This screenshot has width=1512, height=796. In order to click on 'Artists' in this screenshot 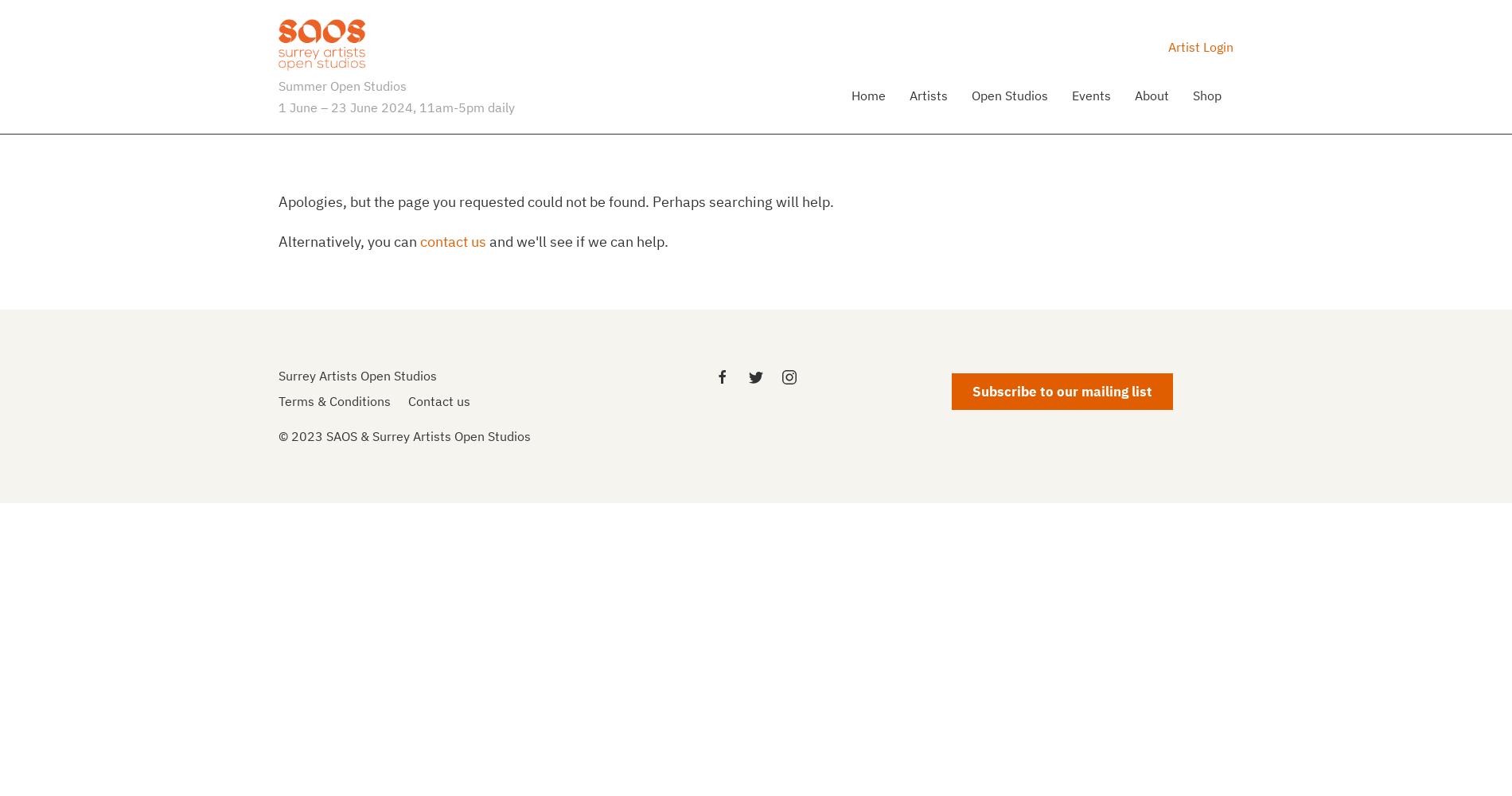, I will do `click(928, 93)`.